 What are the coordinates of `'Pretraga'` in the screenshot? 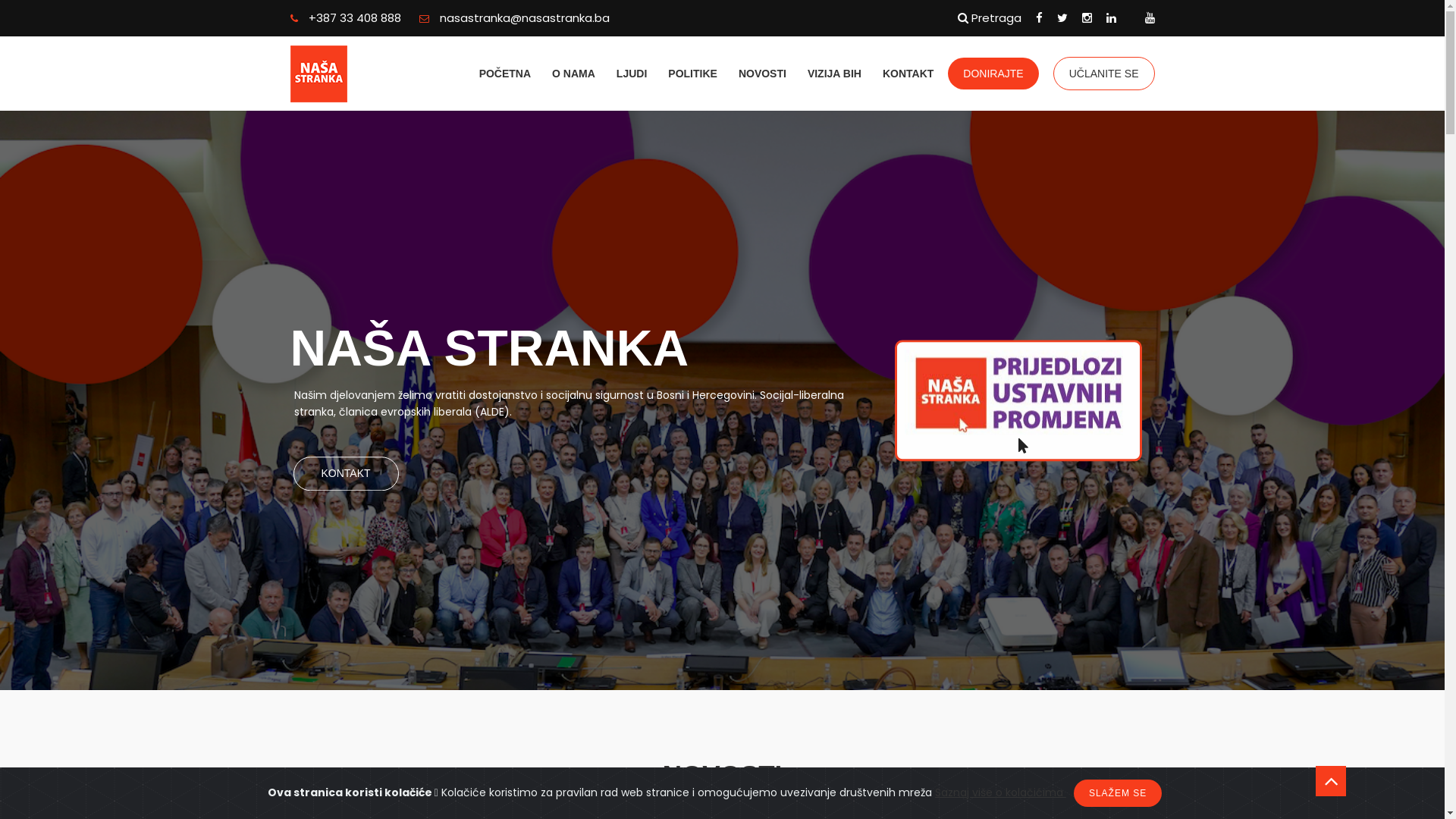 It's located at (989, 17).